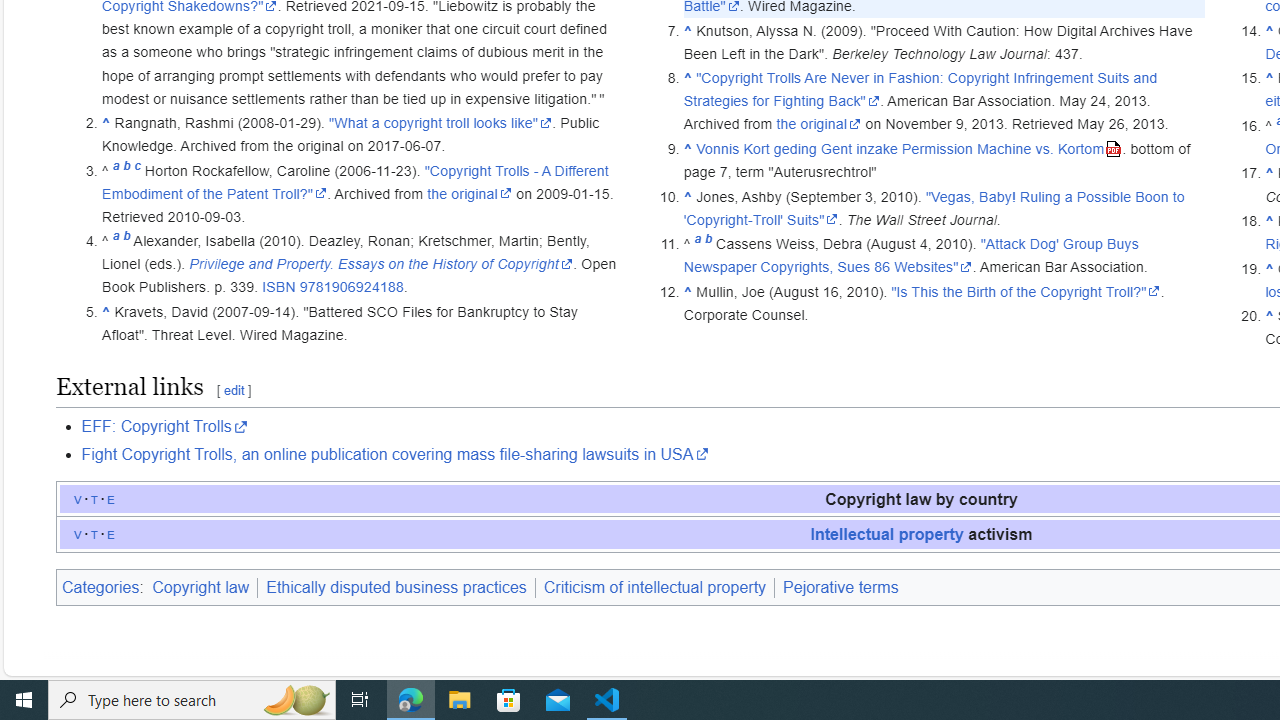 This screenshot has height=720, width=1280. I want to click on 'Copyright law', so click(203, 586).